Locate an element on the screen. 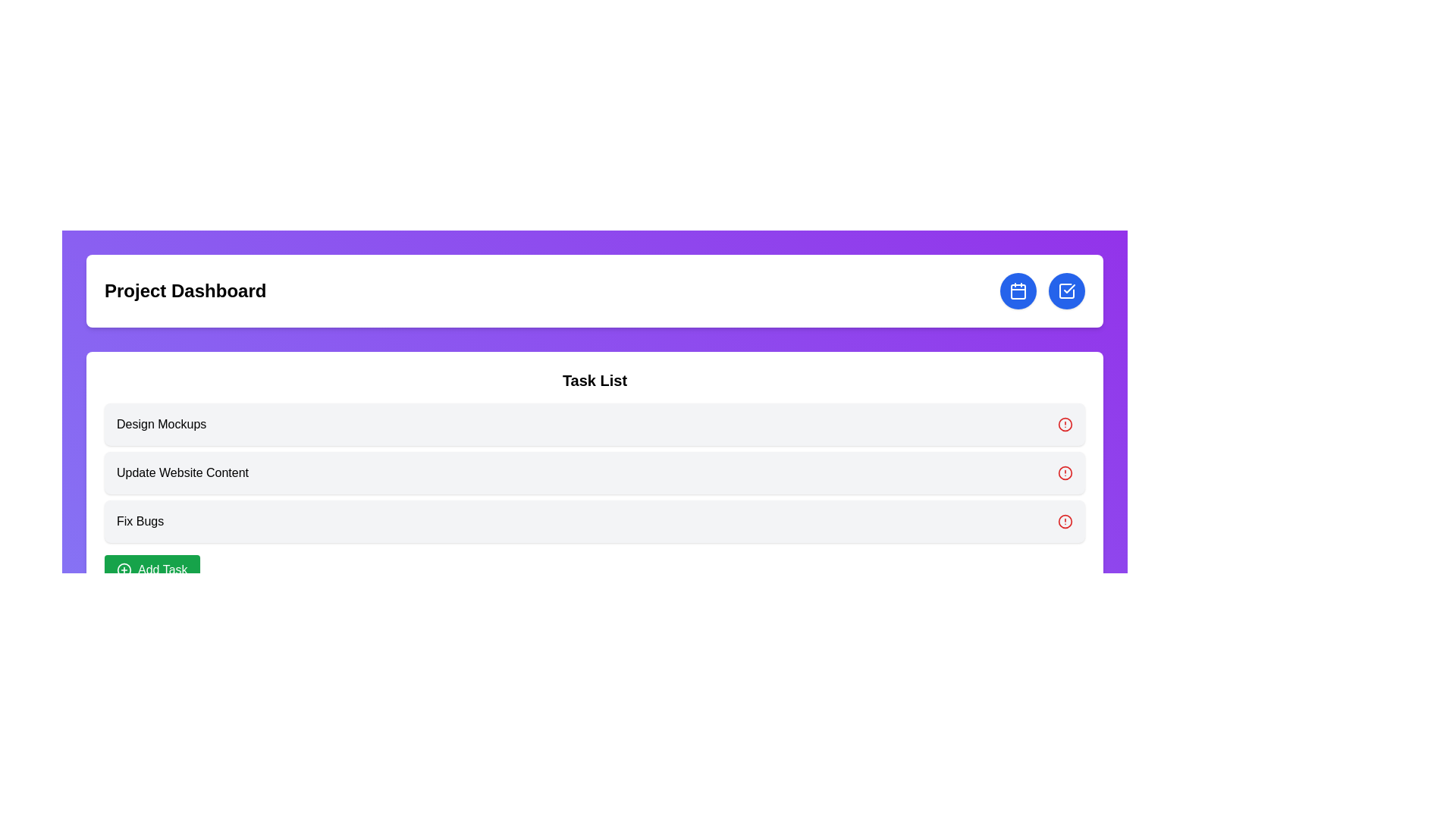  the checkmark line icon in the SVG graphic located in the top right corner of the interface is located at coordinates (1068, 289).